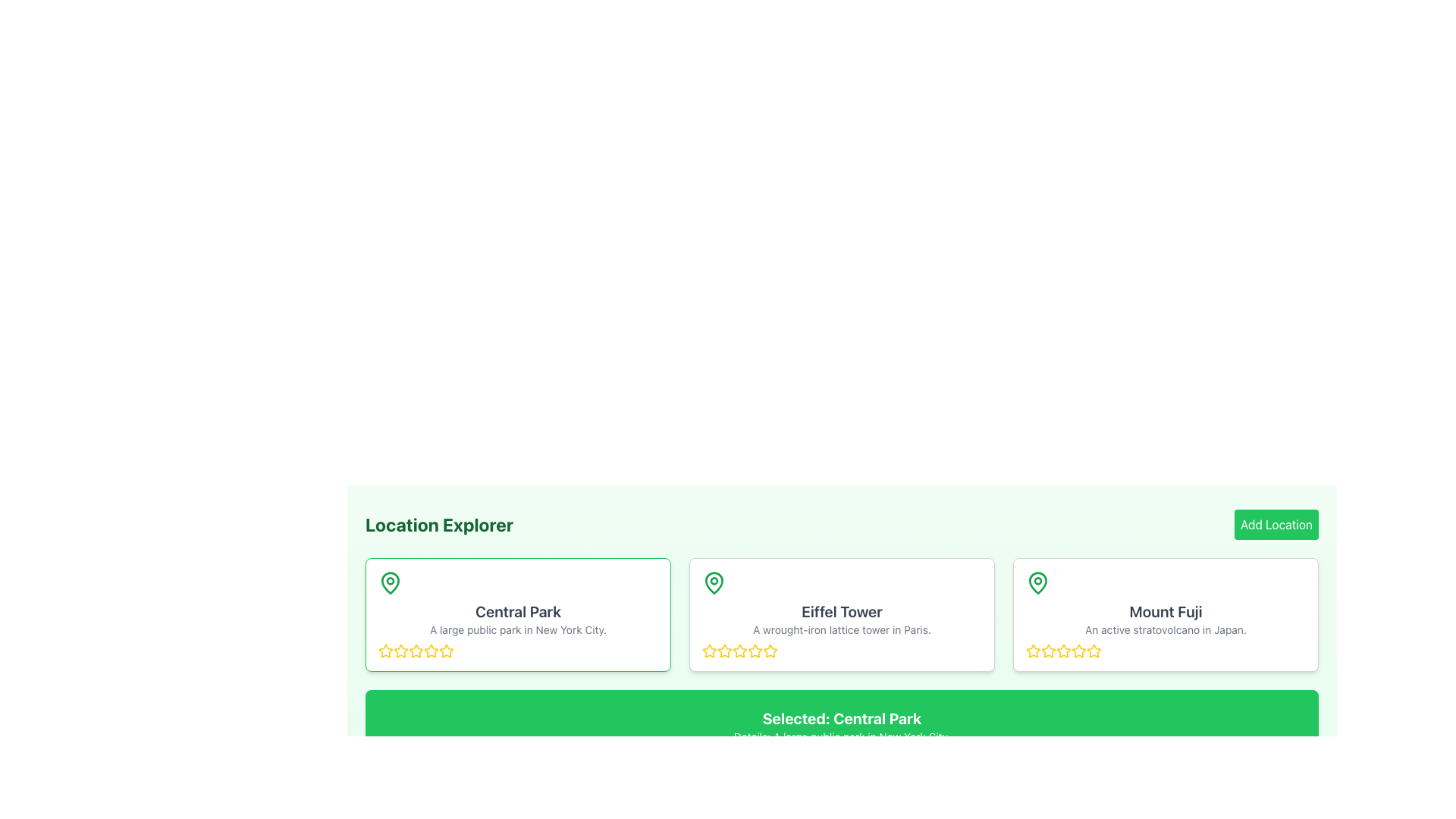 This screenshot has height=819, width=1456. What do you see at coordinates (755, 651) in the screenshot?
I see `the outlined star icon, which is the sixth star in a rating system for the 'Eiffel Tower' title, featuring a yellow border and transparent interior` at bounding box center [755, 651].